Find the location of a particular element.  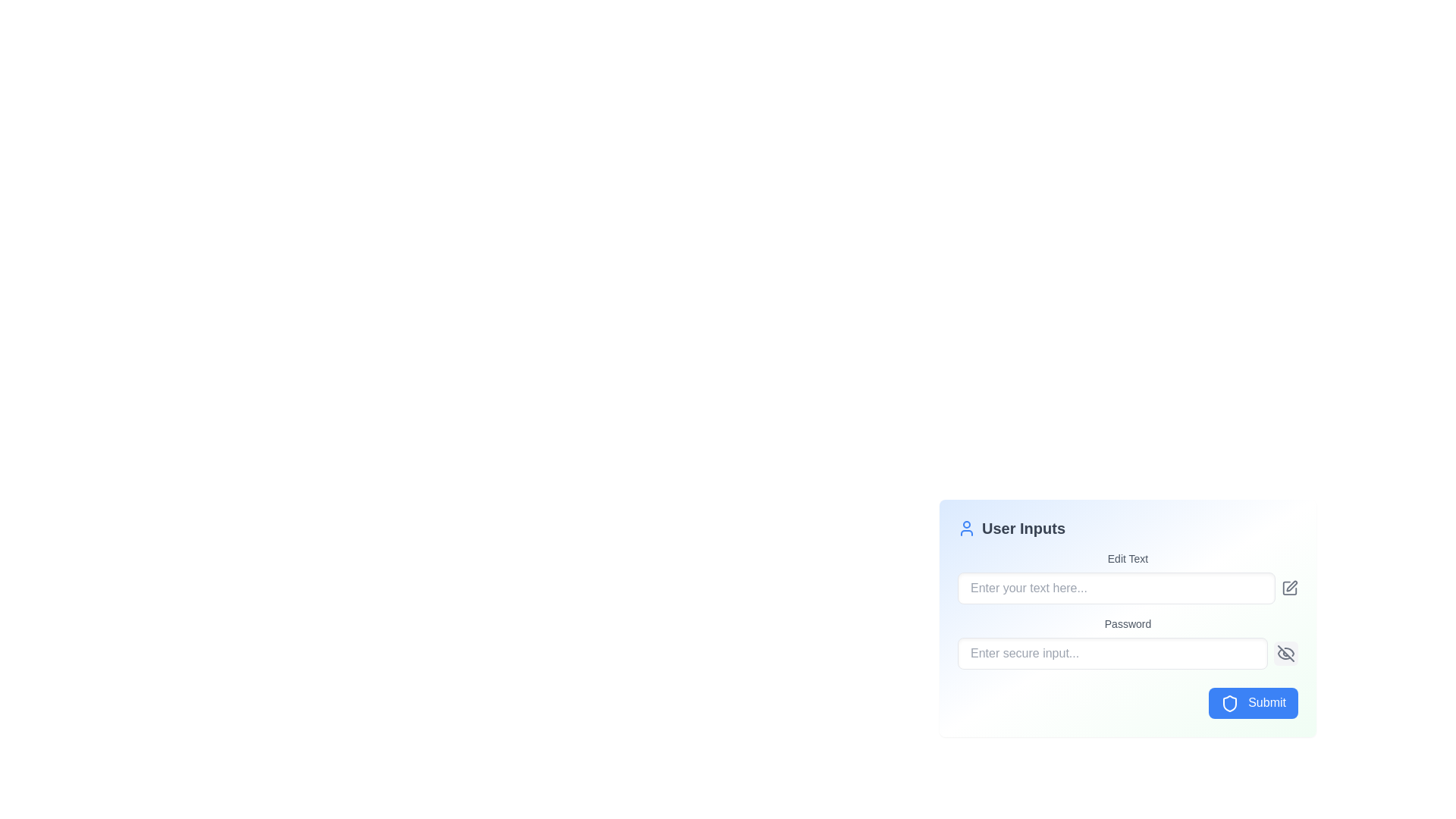

the 'Edit Text' label which is displayed in light gray, medium-bold font, located above the 'Enter your text here...' input field within the 'User Inputs' form is located at coordinates (1128, 558).